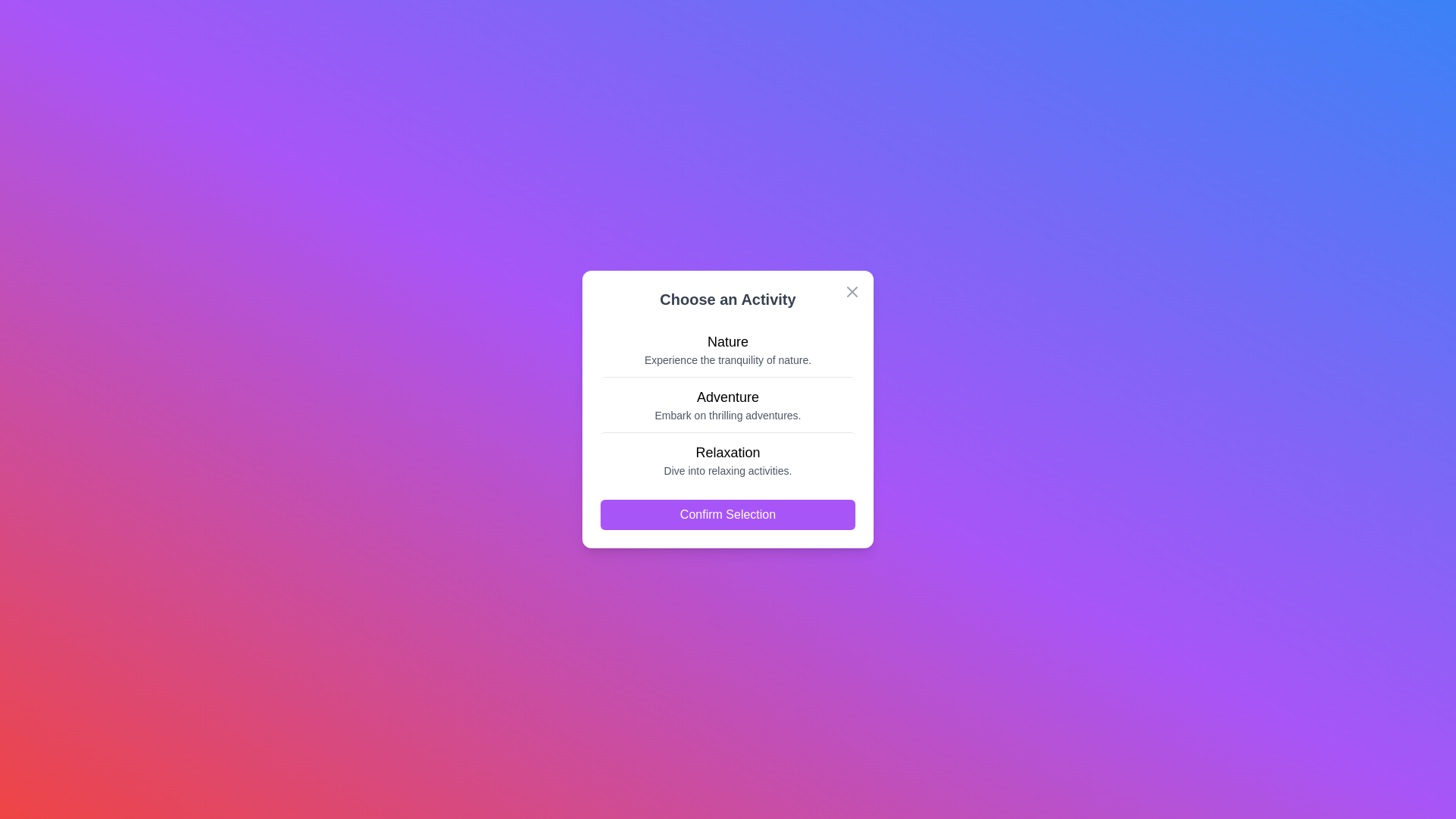  What do you see at coordinates (852, 292) in the screenshot?
I see `the close button located at the top-right corner of the modal` at bounding box center [852, 292].